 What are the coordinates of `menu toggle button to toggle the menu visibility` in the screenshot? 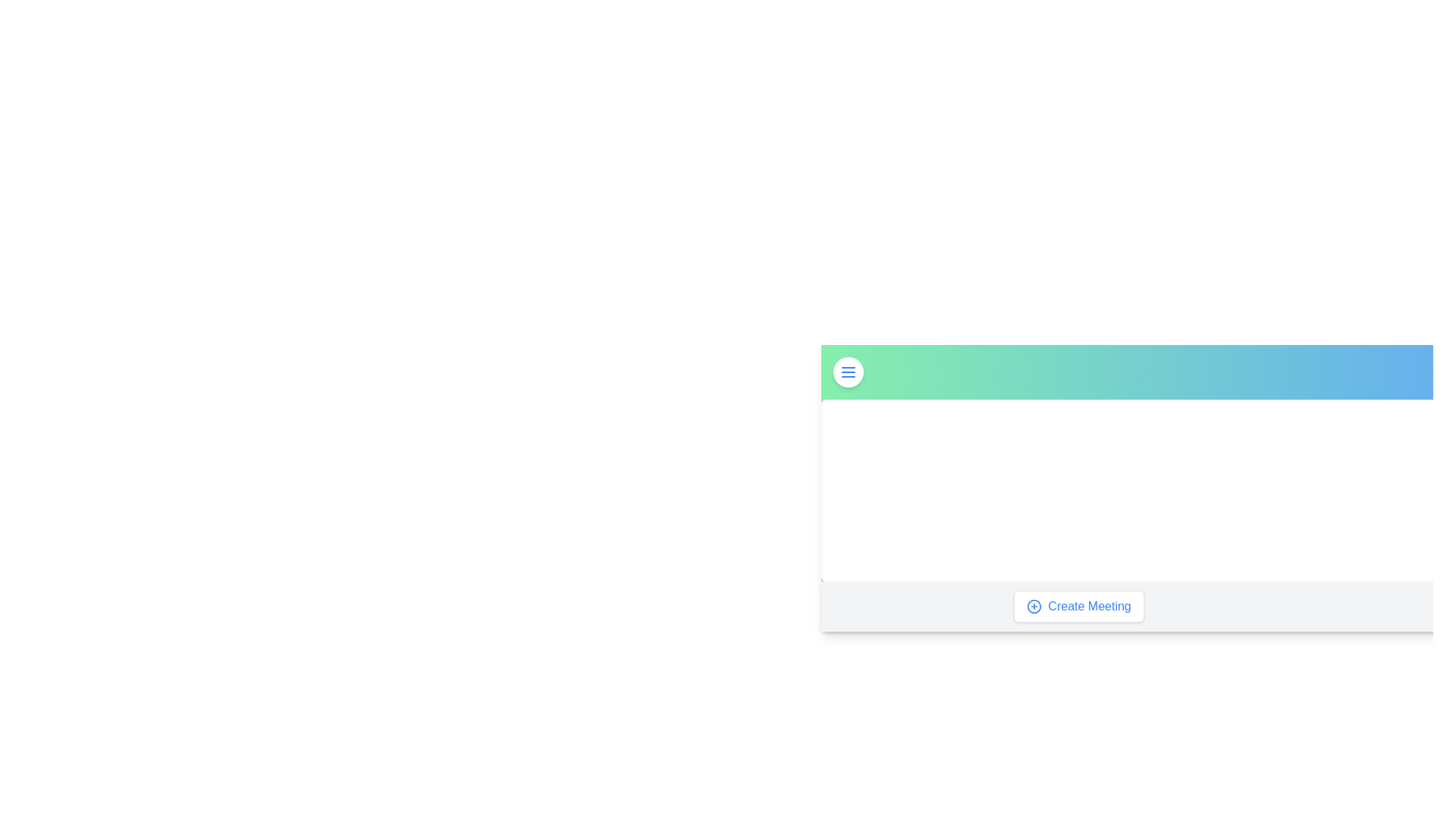 It's located at (847, 372).